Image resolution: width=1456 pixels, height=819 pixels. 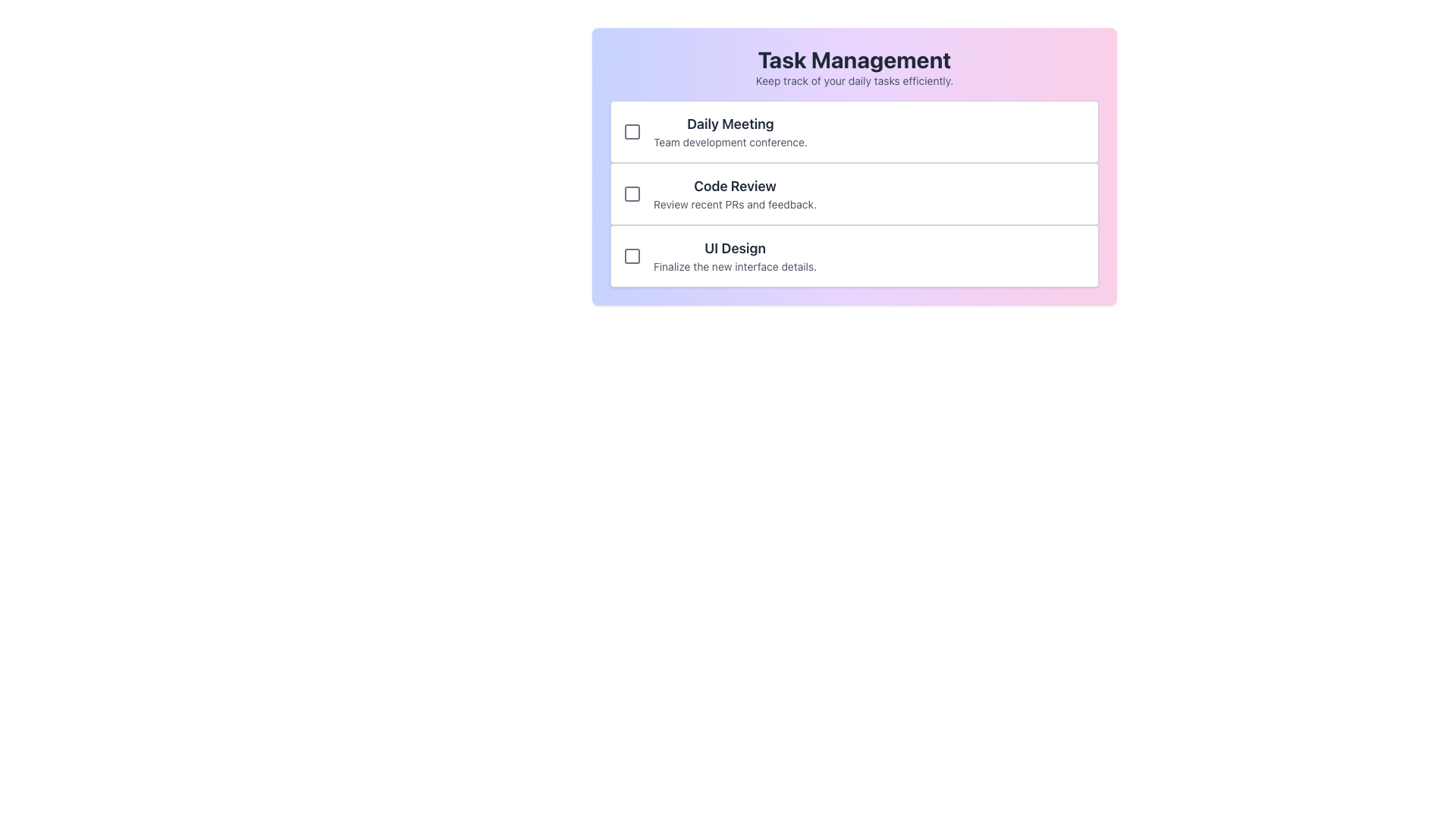 I want to click on the 'Daily Meeting' text label element, so click(x=730, y=124).